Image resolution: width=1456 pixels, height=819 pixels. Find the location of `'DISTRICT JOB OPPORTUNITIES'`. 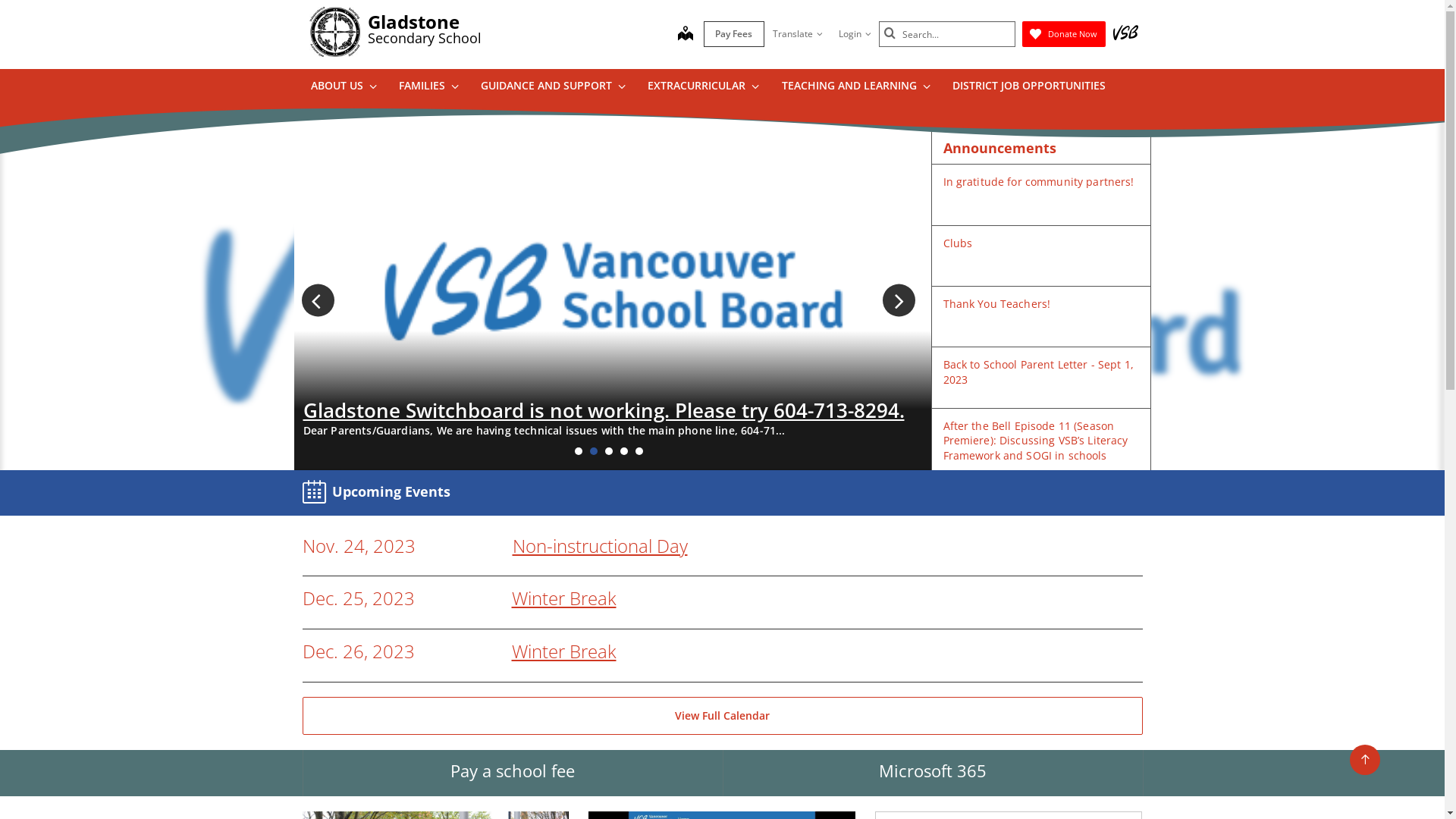

'DISTRICT JOB OPPORTUNITIES' is located at coordinates (1028, 88).